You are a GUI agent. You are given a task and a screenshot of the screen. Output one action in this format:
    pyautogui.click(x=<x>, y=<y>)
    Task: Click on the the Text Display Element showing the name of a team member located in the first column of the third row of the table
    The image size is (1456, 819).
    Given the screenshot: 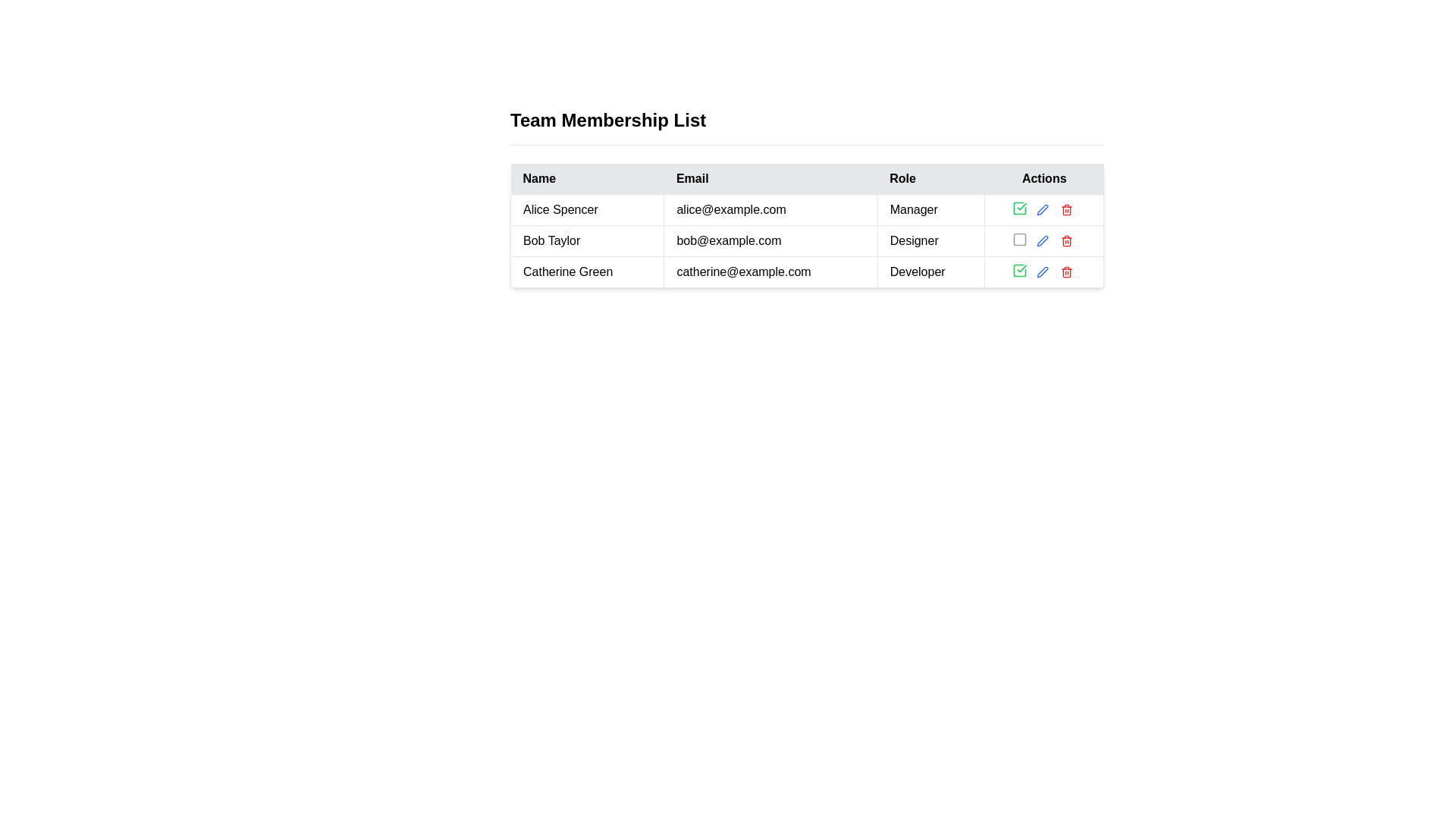 What is the action you would take?
    pyautogui.click(x=586, y=271)
    